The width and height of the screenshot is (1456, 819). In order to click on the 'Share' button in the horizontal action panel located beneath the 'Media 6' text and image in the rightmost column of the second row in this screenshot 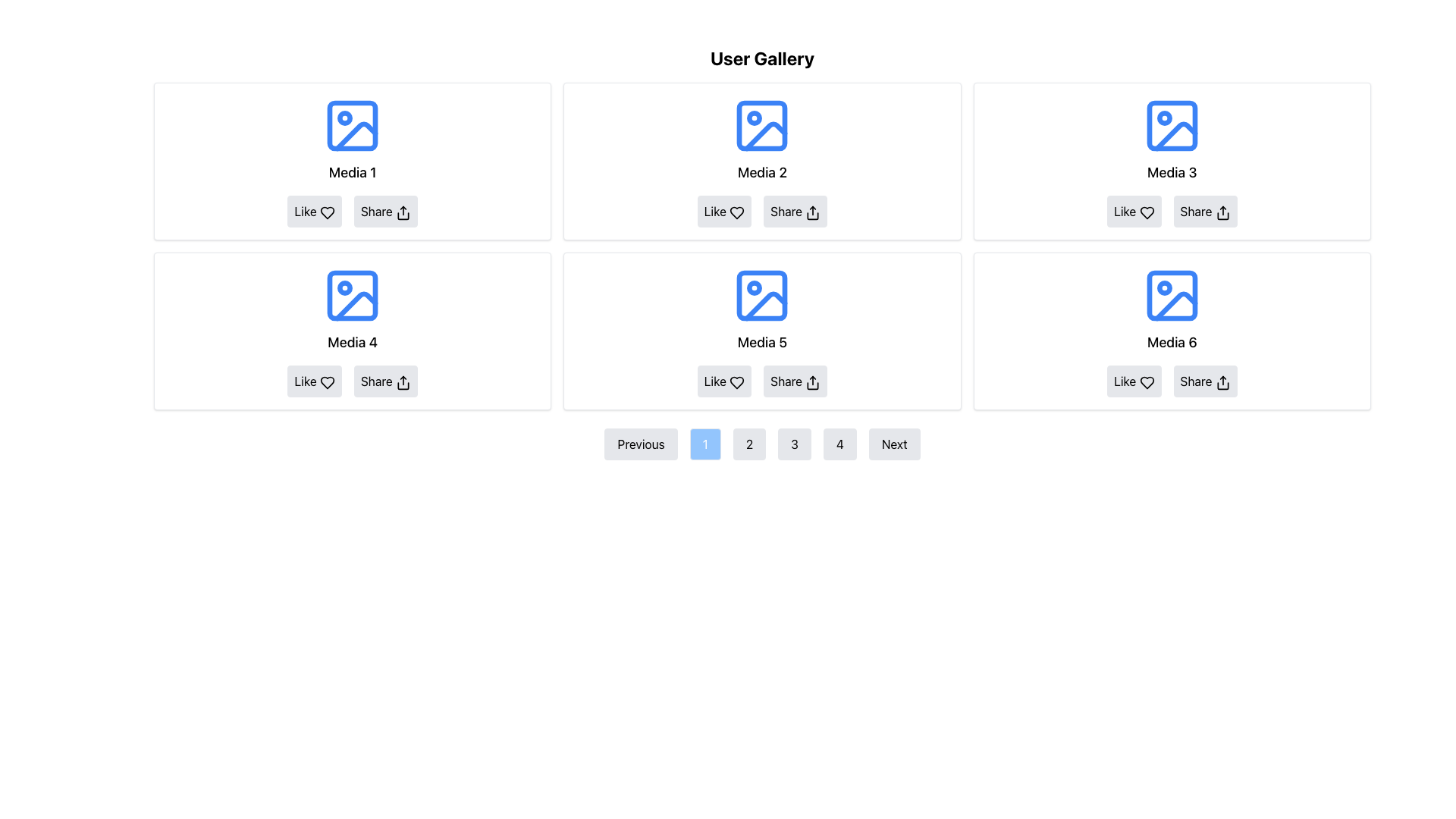, I will do `click(1171, 380)`.